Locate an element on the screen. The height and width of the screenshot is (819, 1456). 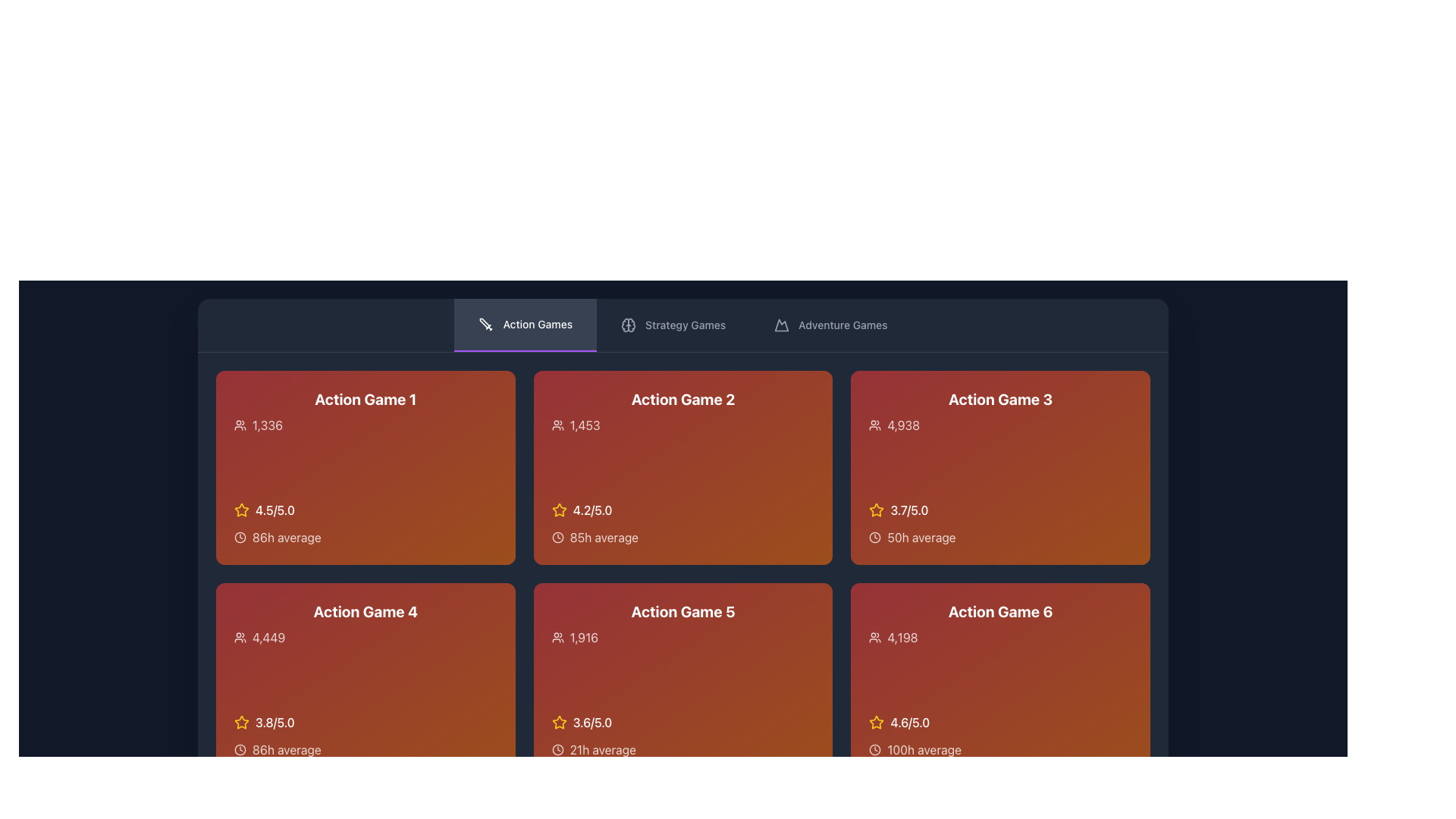
the first card in the 'Action Games' section that represents 'Action Game 1', providing information such as popularity, rating, and average playtime is located at coordinates (366, 467).